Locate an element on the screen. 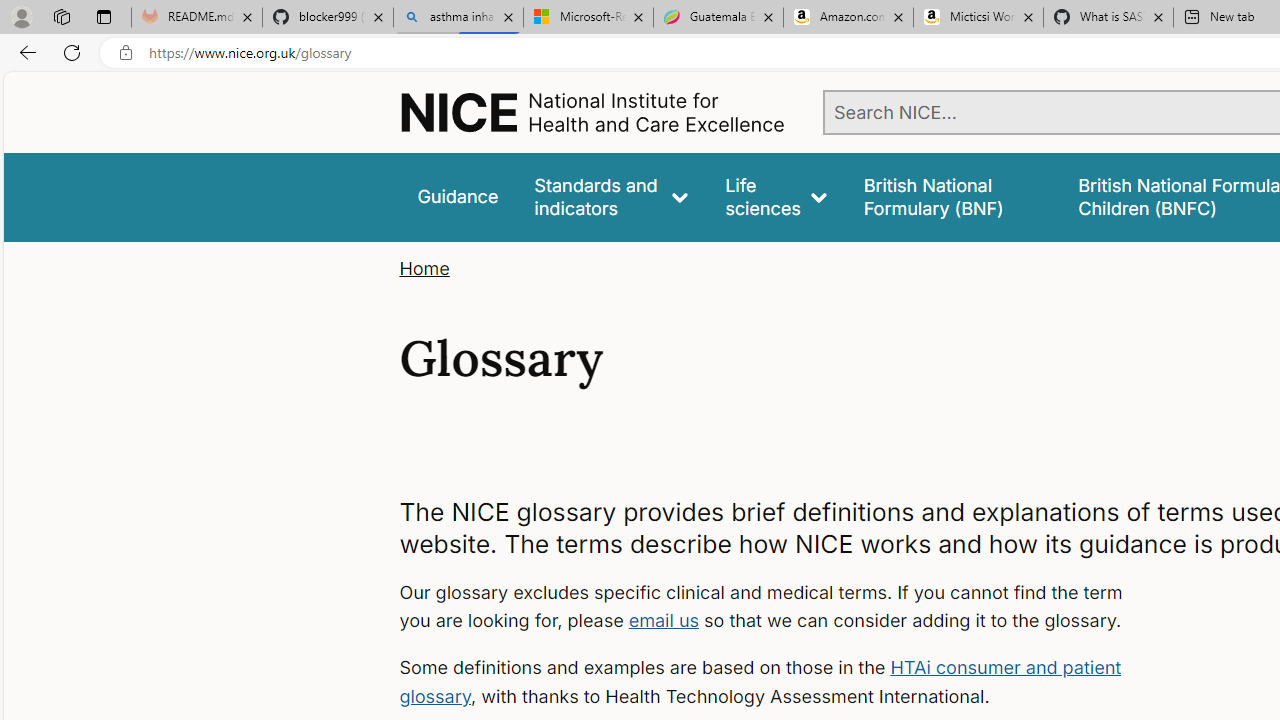 The image size is (1280, 720). 'false' is located at coordinates (951, 197).